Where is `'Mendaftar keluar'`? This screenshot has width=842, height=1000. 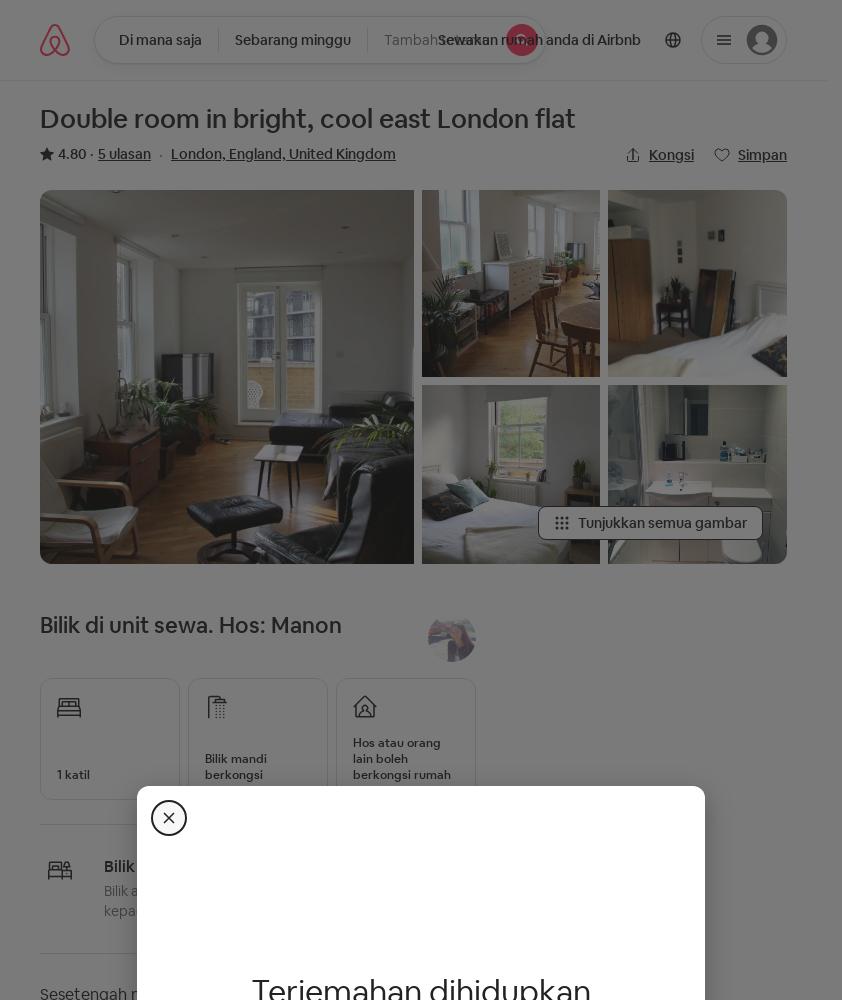
'Mendaftar keluar' is located at coordinates (247, 50).